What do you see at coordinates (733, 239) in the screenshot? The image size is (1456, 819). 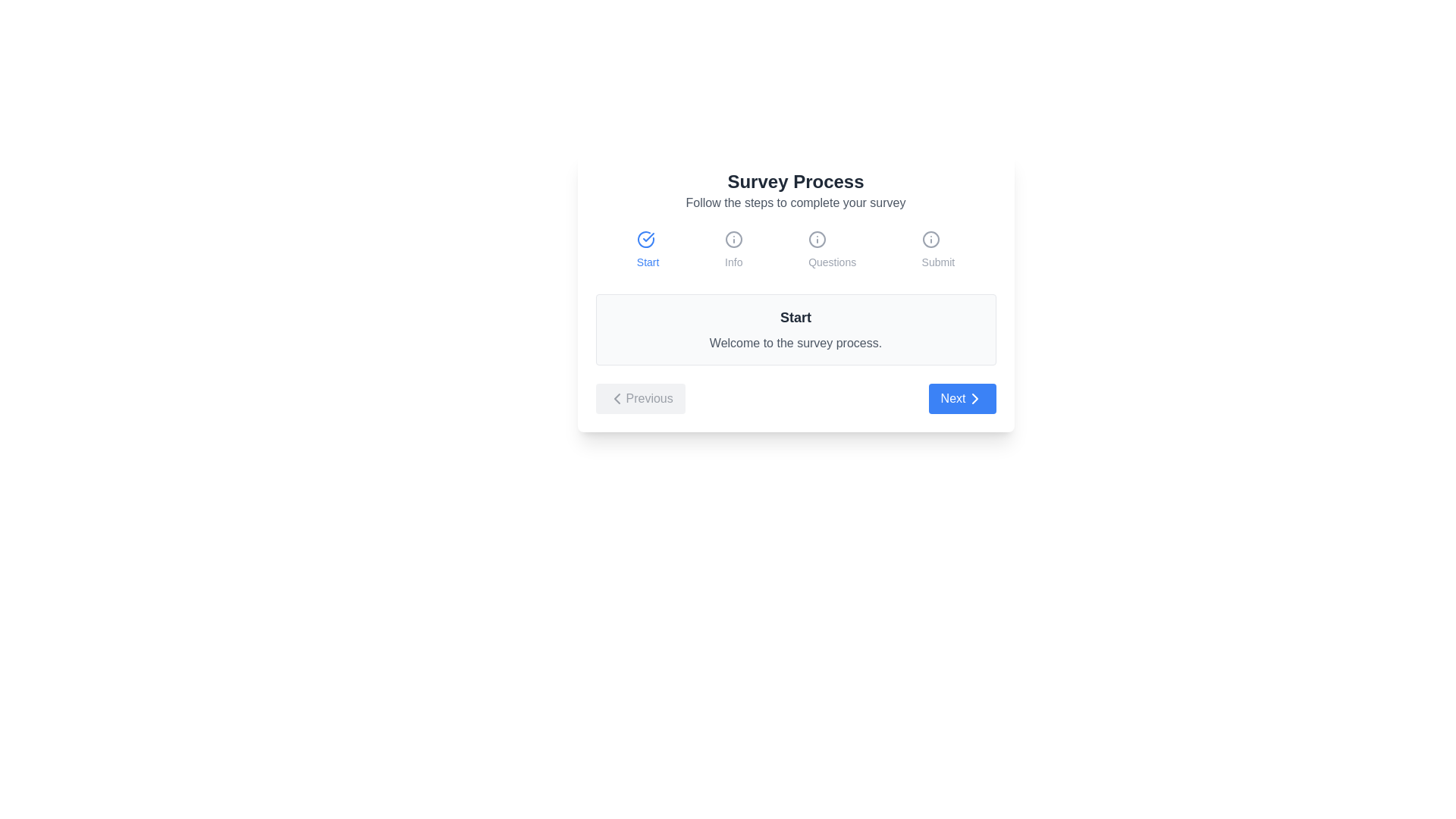 I see `the circular 'Info' icon located at the top center of the content card under the text 'Follow the steps` at bounding box center [733, 239].